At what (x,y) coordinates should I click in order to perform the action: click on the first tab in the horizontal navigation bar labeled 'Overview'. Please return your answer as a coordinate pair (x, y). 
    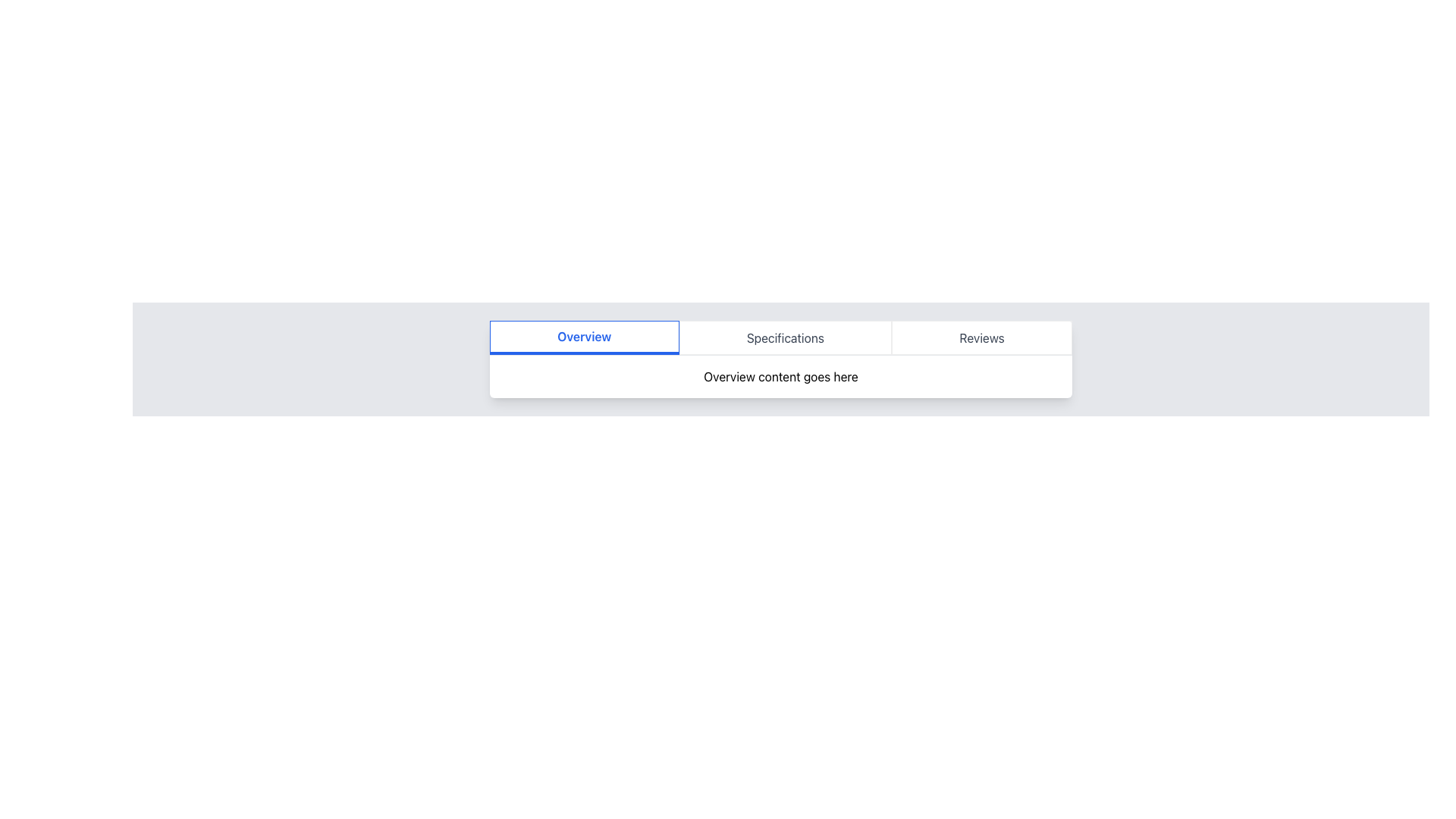
    Looking at the image, I should click on (583, 337).